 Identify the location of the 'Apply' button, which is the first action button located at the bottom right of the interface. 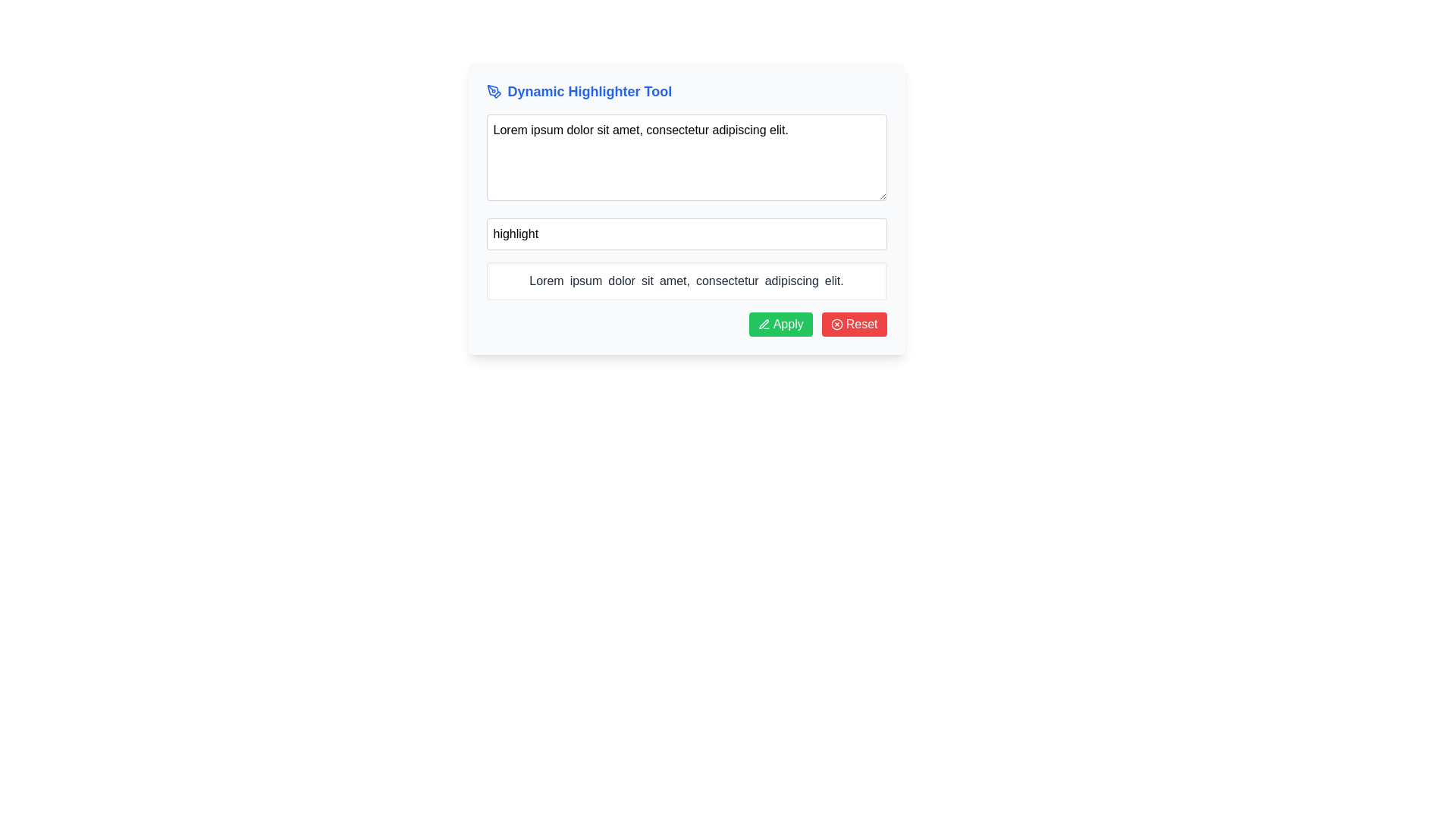
(780, 324).